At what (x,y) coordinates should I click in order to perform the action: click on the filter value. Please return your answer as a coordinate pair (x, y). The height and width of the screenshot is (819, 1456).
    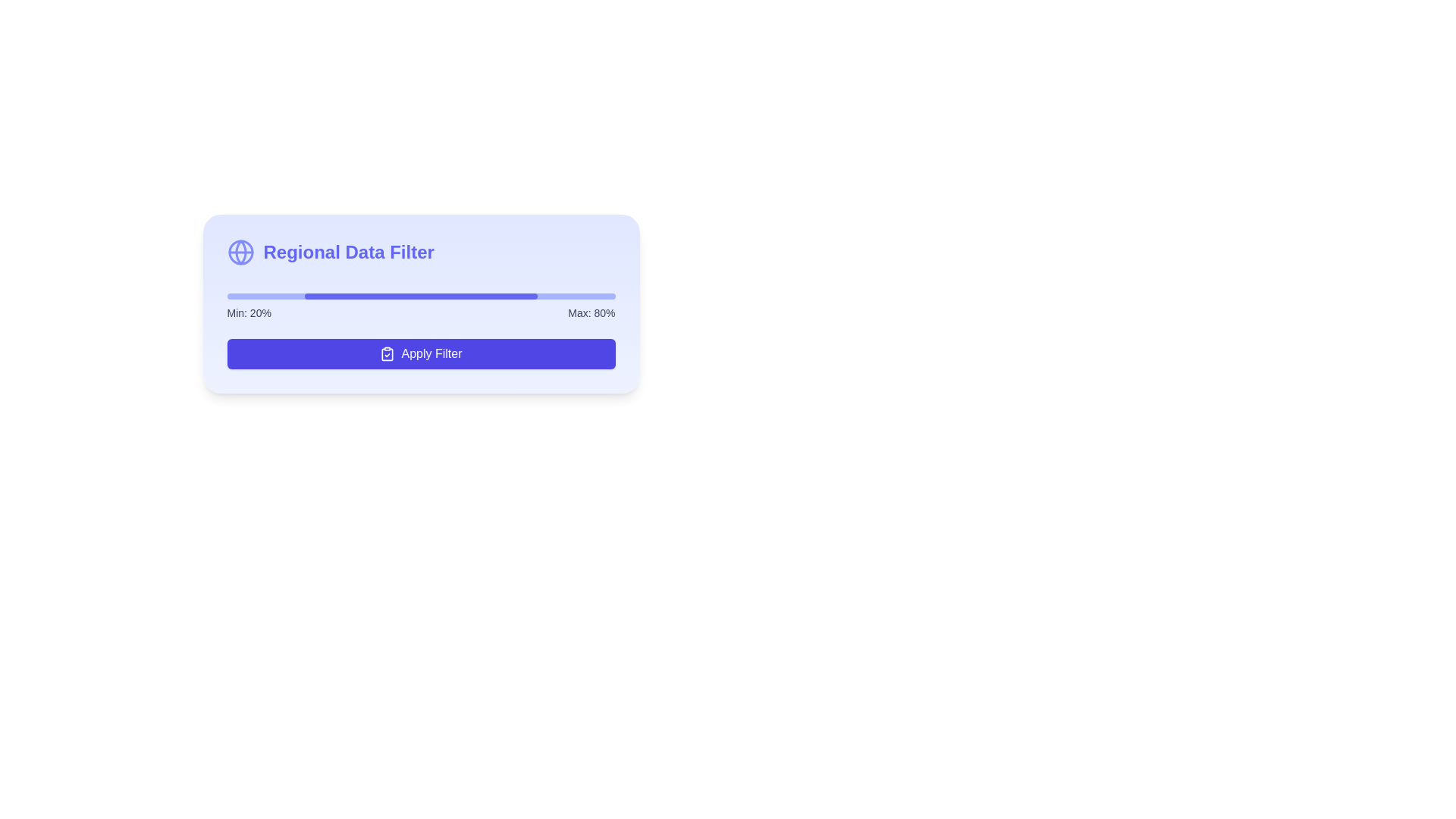
    Looking at the image, I should click on (436, 296).